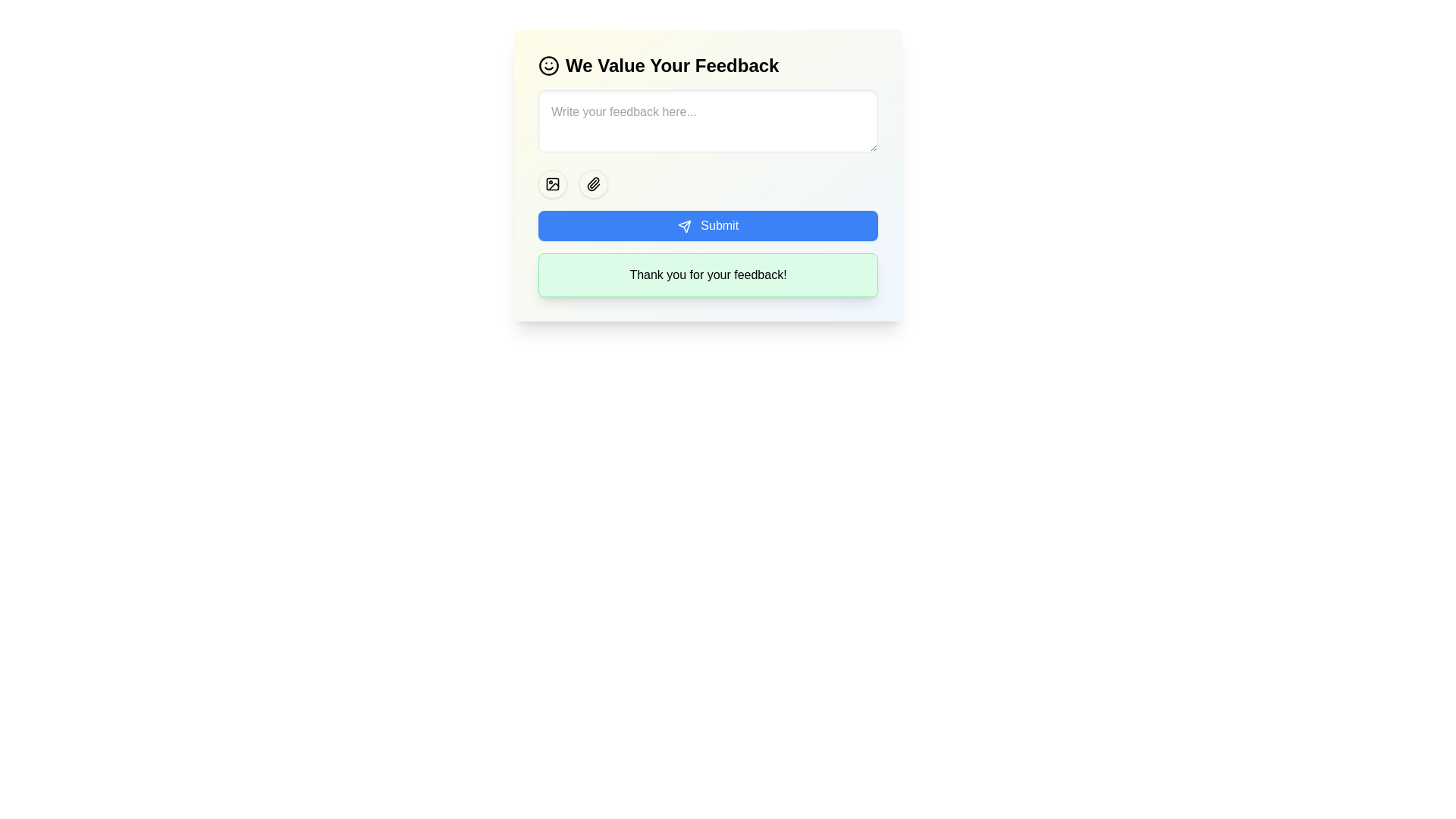  What do you see at coordinates (552, 184) in the screenshot?
I see `the first button for image-related actions located beneath the 'Write your feedback...' text field, positioned to the left of the paperclip icon button` at bounding box center [552, 184].